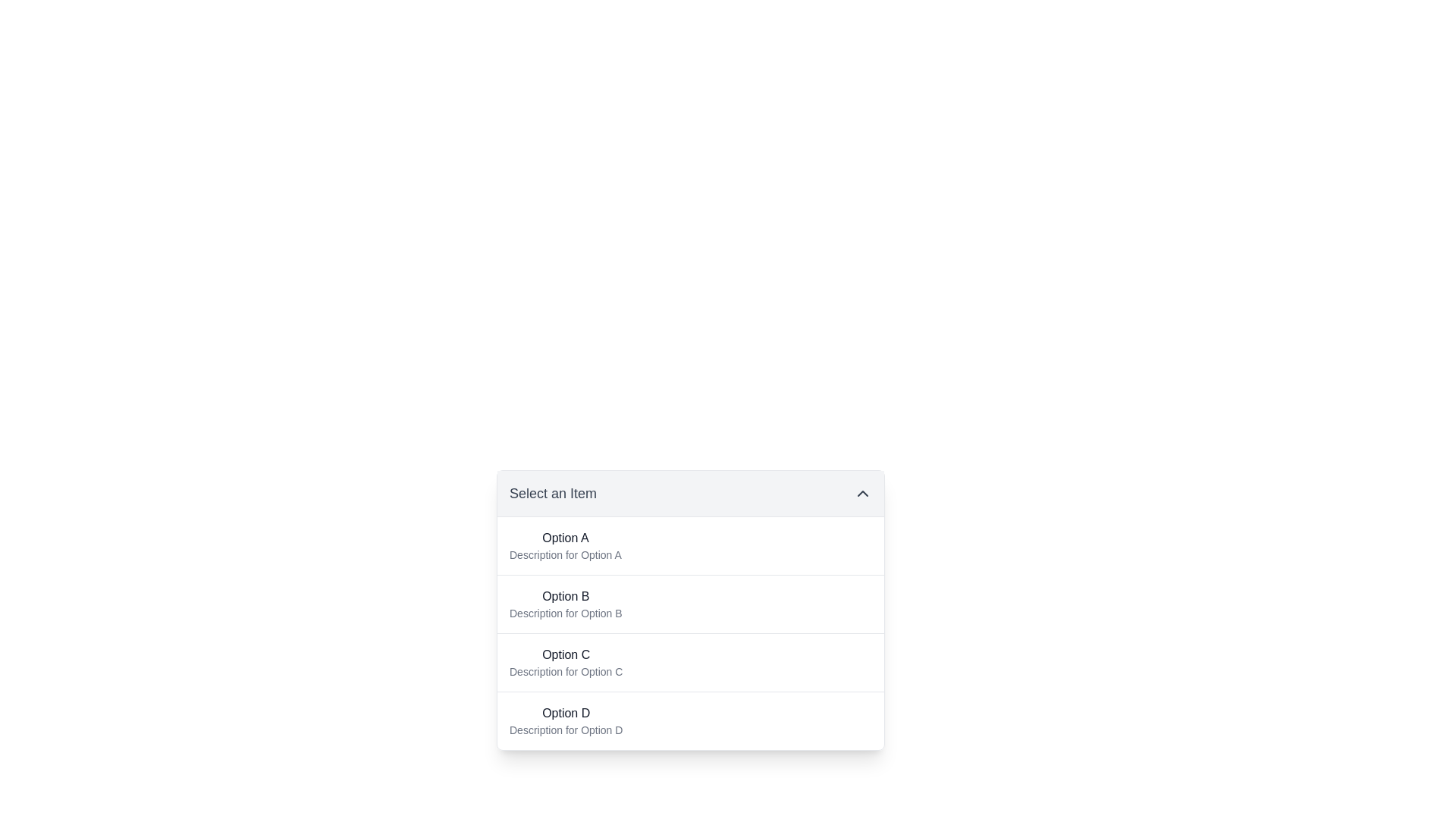 The width and height of the screenshot is (1456, 819). I want to click on the description text labeled 'Description for Option C', which is styled in small gray font and located below the 'Option C' label in the options dropdown menu, so click(565, 671).